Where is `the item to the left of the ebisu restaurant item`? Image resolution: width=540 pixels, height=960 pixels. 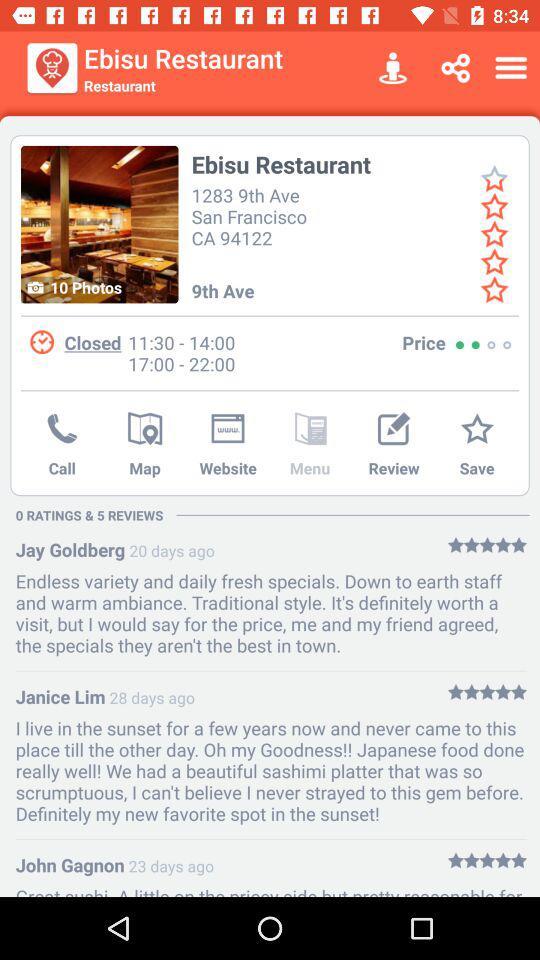
the item to the left of the ebisu restaurant item is located at coordinates (52, 68).